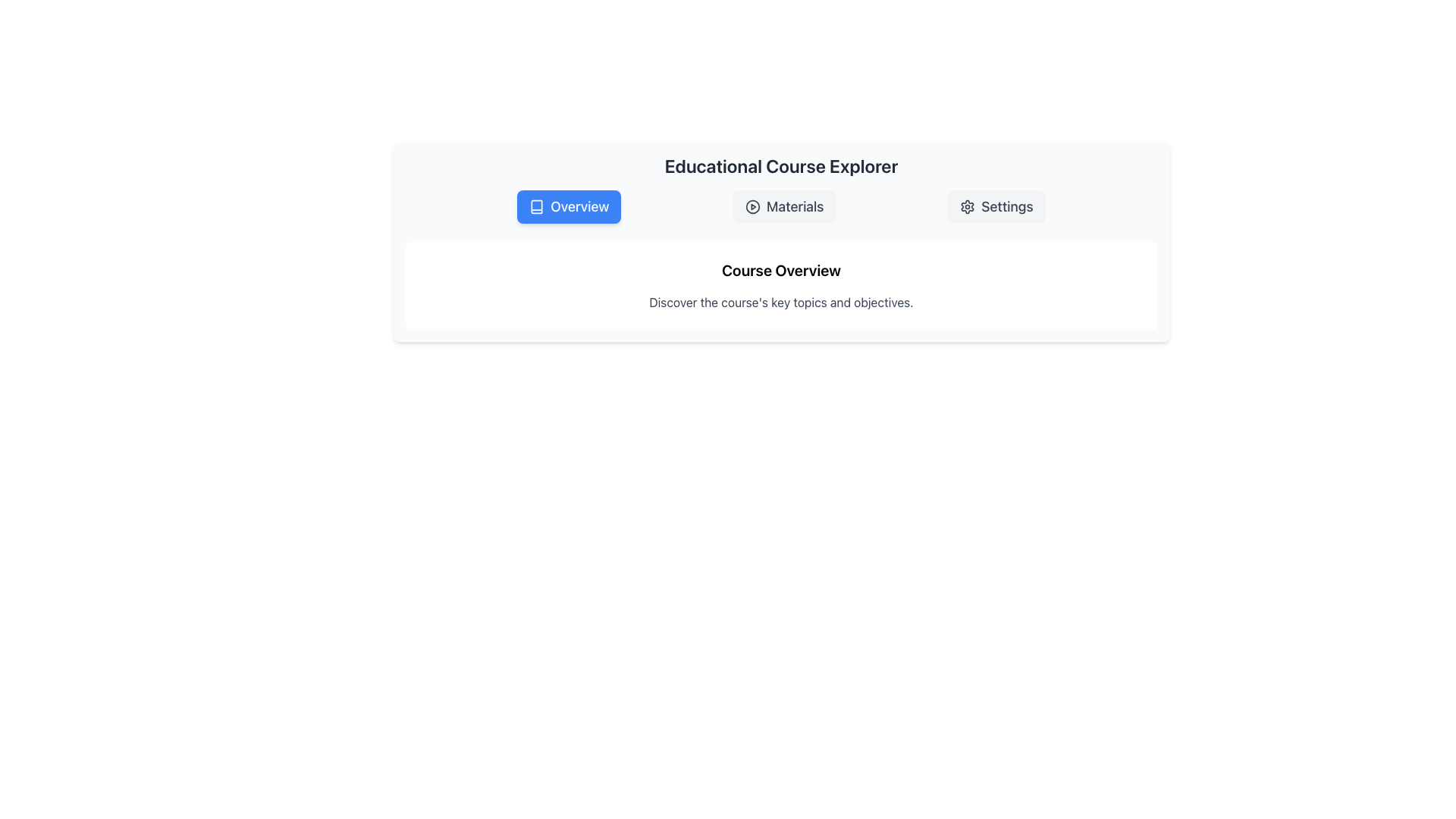 The height and width of the screenshot is (819, 1456). I want to click on the selectable button containing the text label 'Materials' which is styled with a gray font color and is positioned beside a play icon, so click(794, 207).